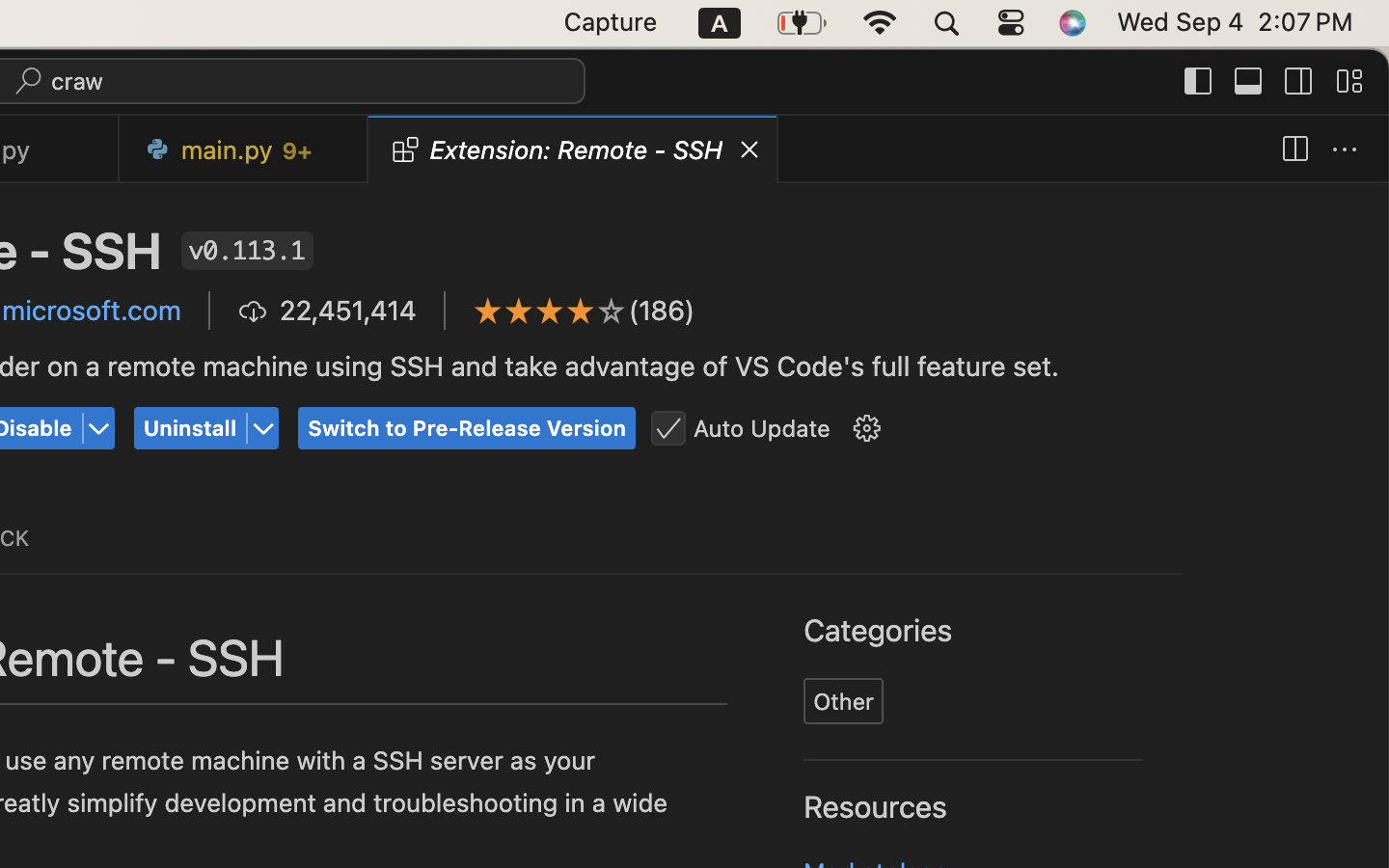  What do you see at coordinates (1293, 149) in the screenshot?
I see `''` at bounding box center [1293, 149].